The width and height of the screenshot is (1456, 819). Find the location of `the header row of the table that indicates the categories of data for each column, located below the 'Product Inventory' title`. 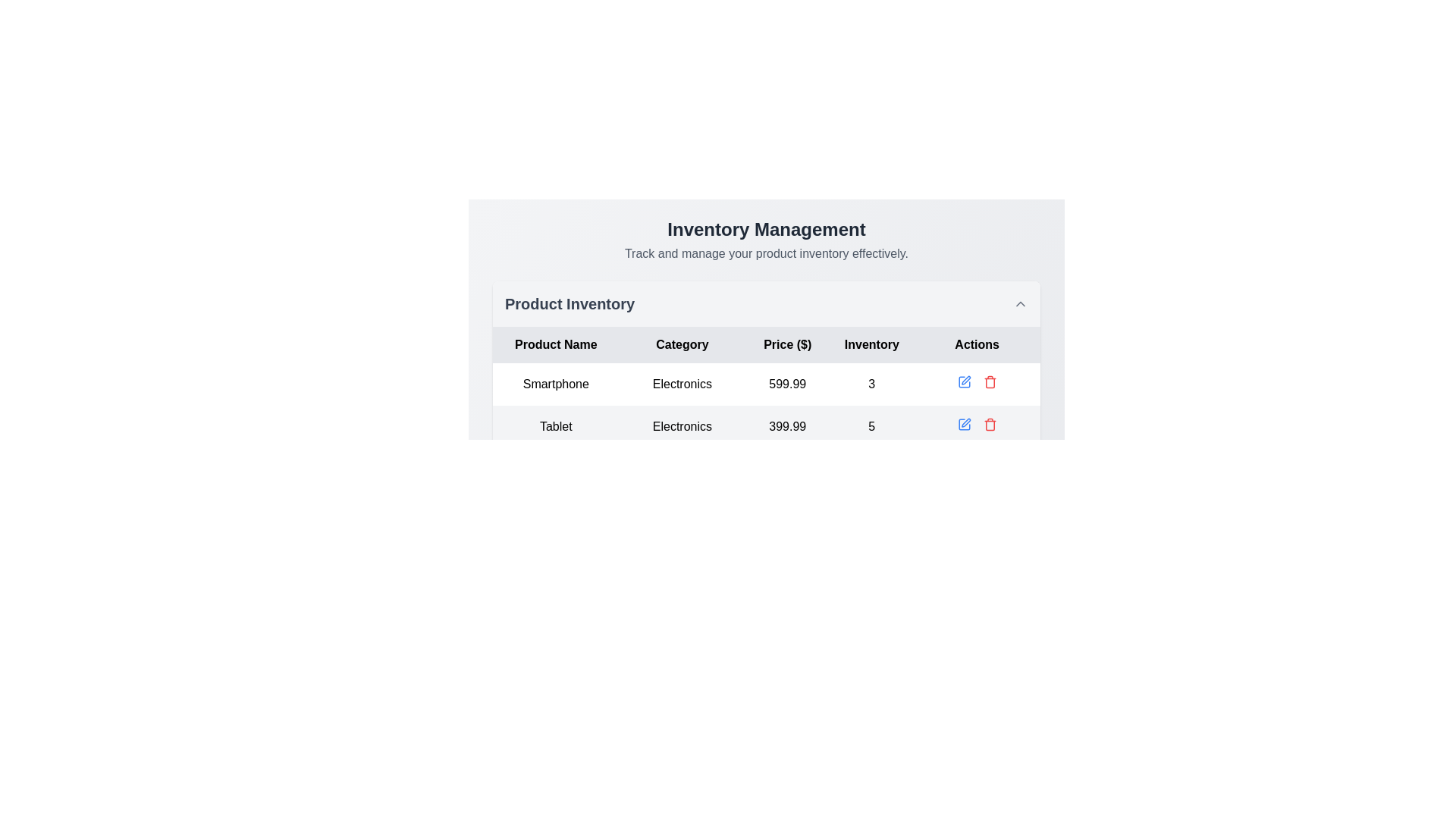

the header row of the table that indicates the categories of data for each column, located below the 'Product Inventory' title is located at coordinates (767, 345).